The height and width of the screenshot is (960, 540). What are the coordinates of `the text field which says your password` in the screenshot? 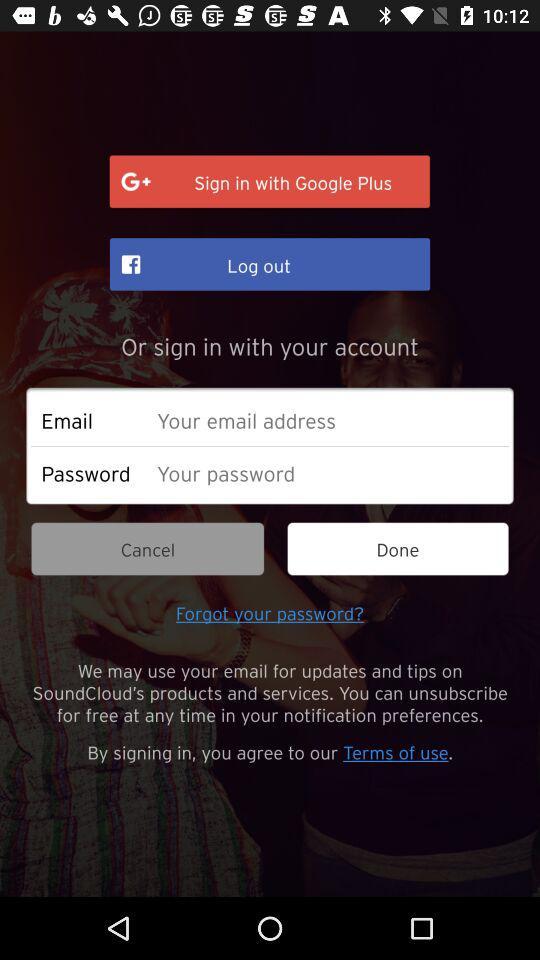 It's located at (327, 472).